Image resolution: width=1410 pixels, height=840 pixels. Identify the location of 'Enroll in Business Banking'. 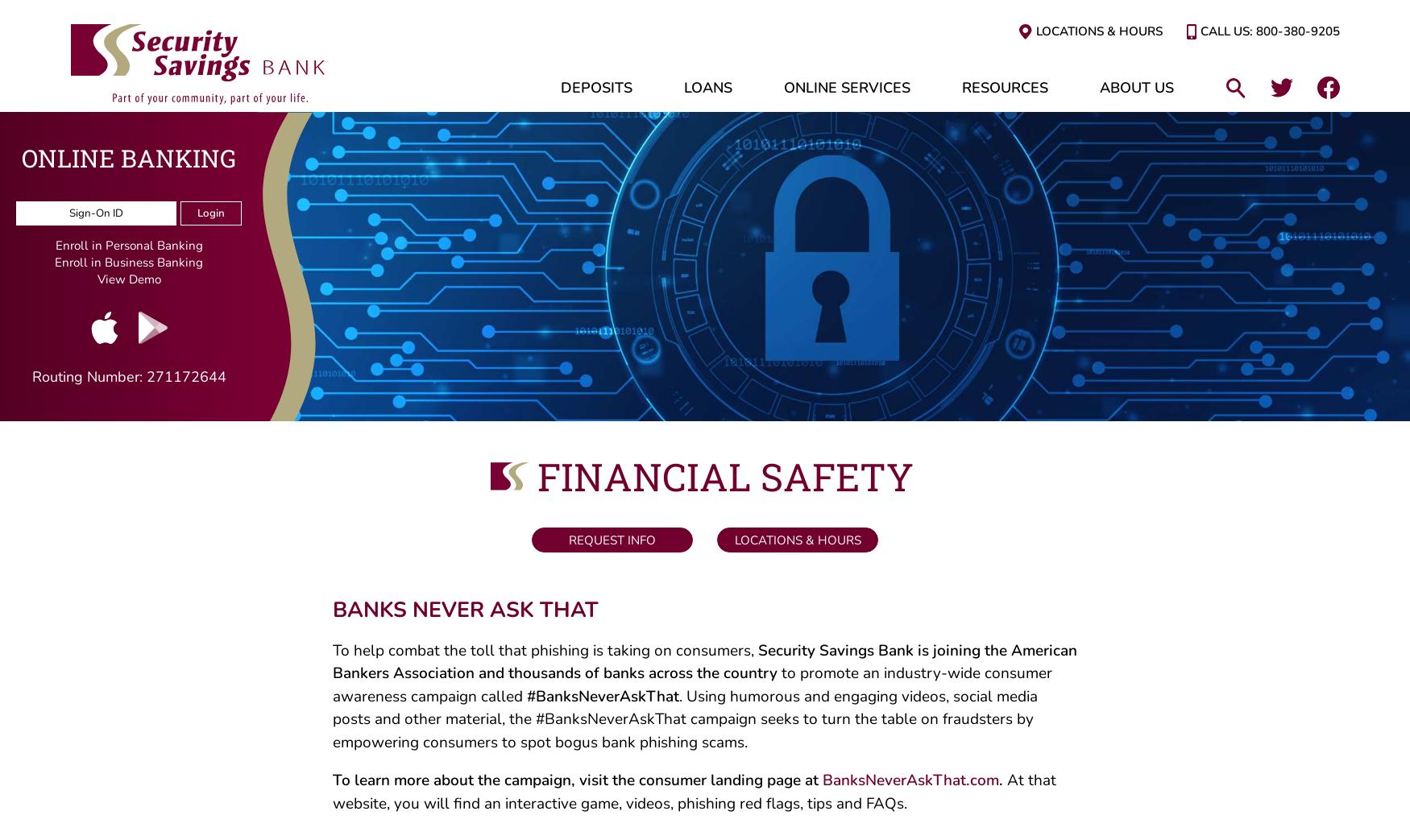
(55, 266).